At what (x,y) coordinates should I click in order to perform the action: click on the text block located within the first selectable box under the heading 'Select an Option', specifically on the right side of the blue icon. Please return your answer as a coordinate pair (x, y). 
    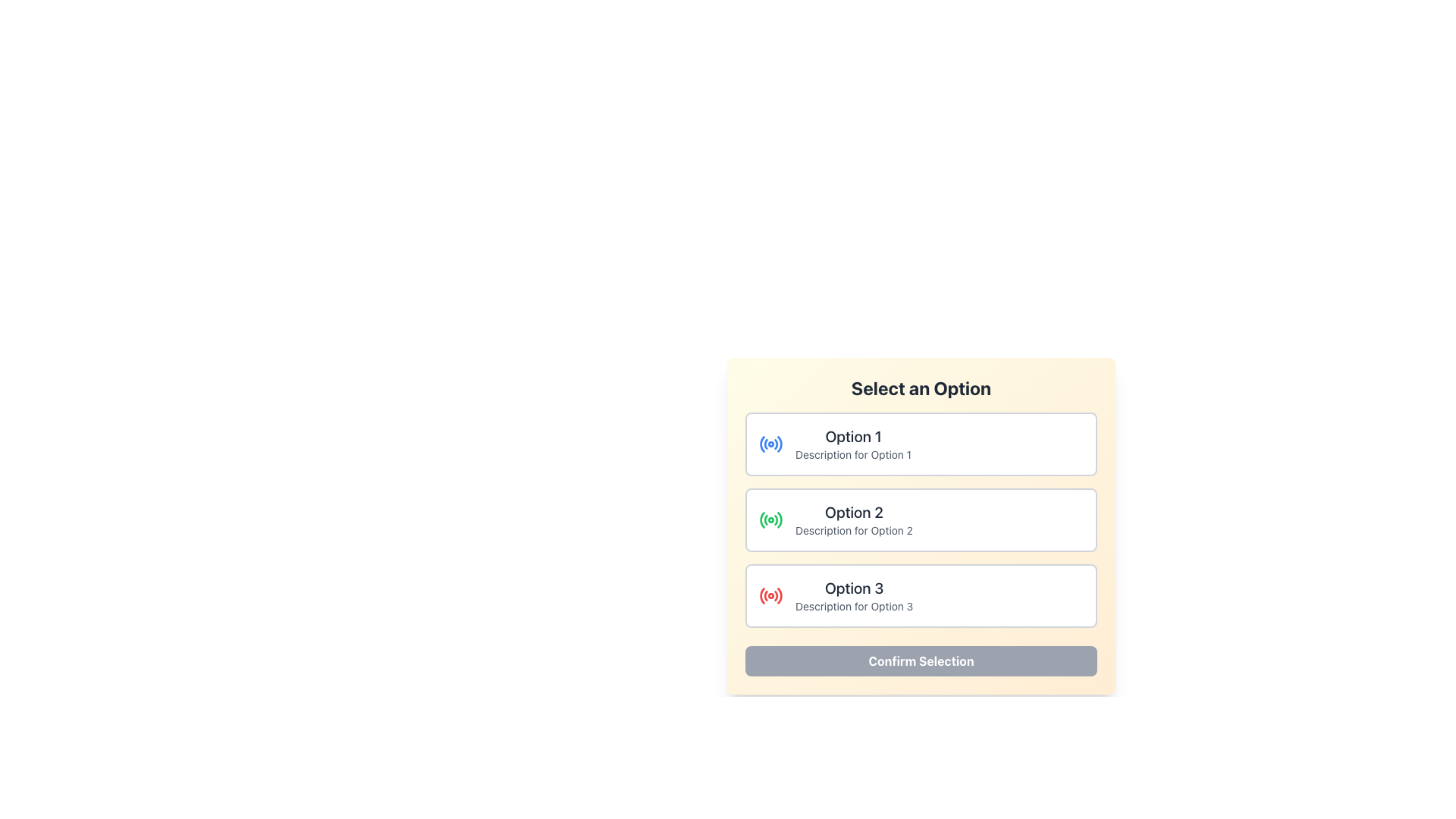
    Looking at the image, I should click on (853, 444).